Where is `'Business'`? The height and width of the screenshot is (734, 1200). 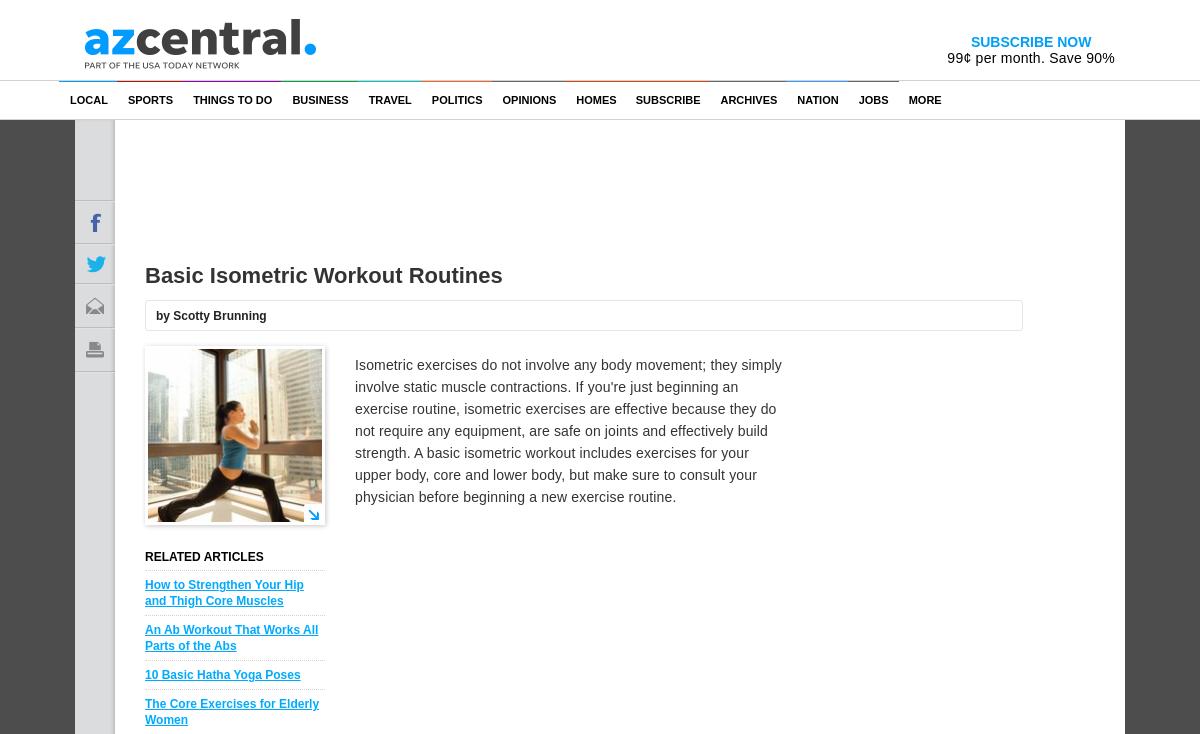
'Business' is located at coordinates (320, 99).